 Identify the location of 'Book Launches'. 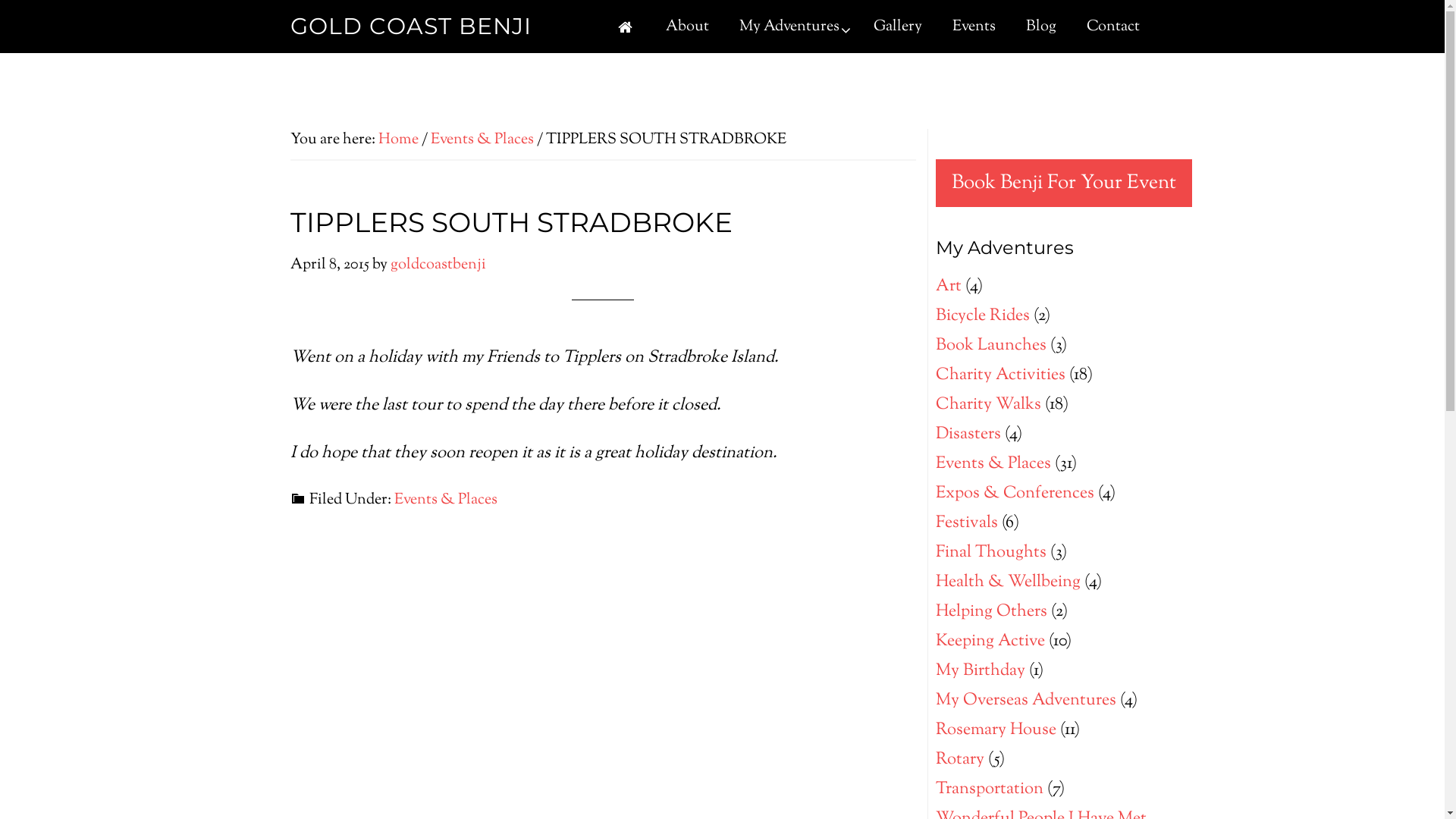
(934, 345).